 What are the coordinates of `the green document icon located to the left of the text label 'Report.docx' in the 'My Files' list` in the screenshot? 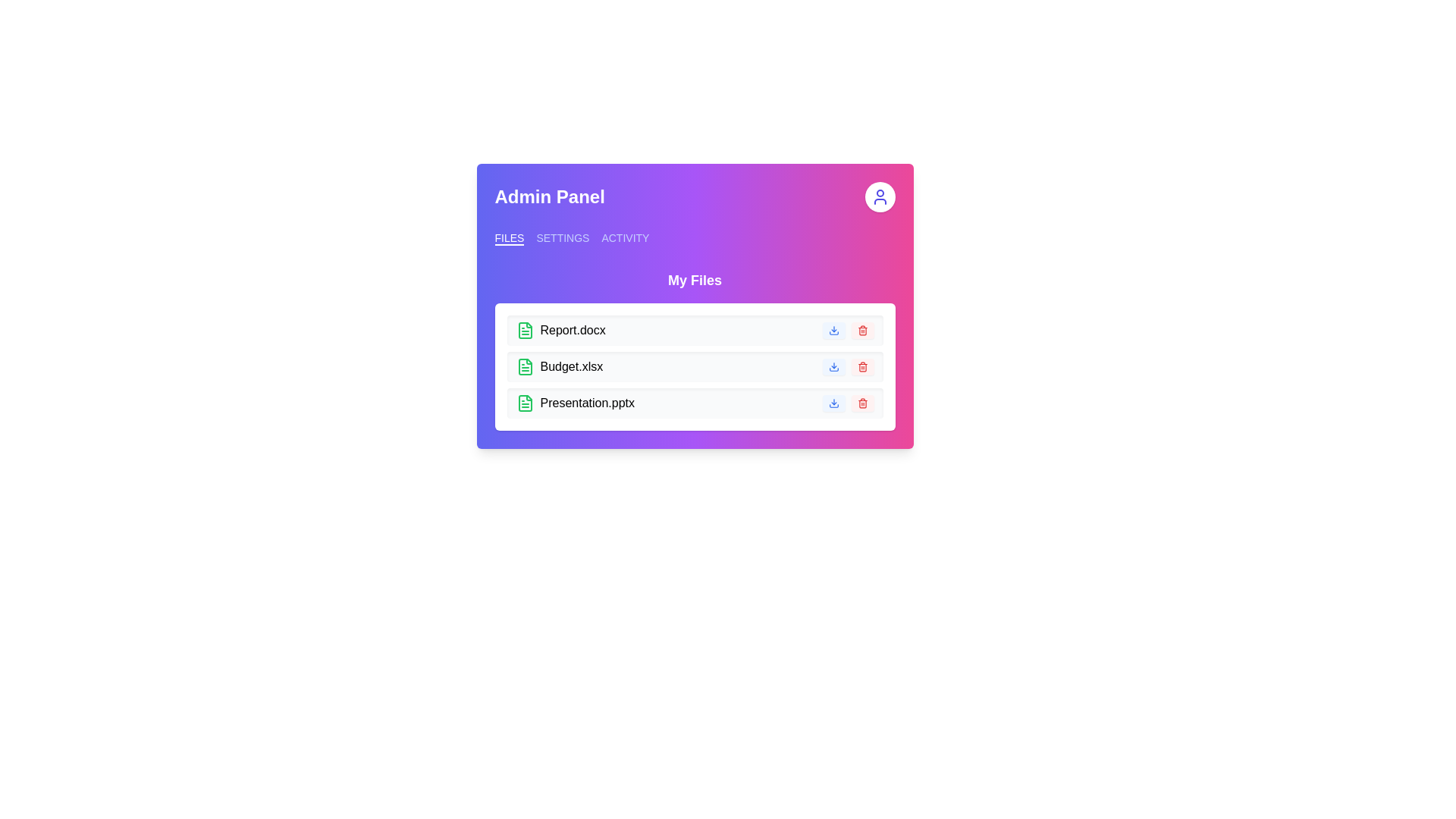 It's located at (525, 329).